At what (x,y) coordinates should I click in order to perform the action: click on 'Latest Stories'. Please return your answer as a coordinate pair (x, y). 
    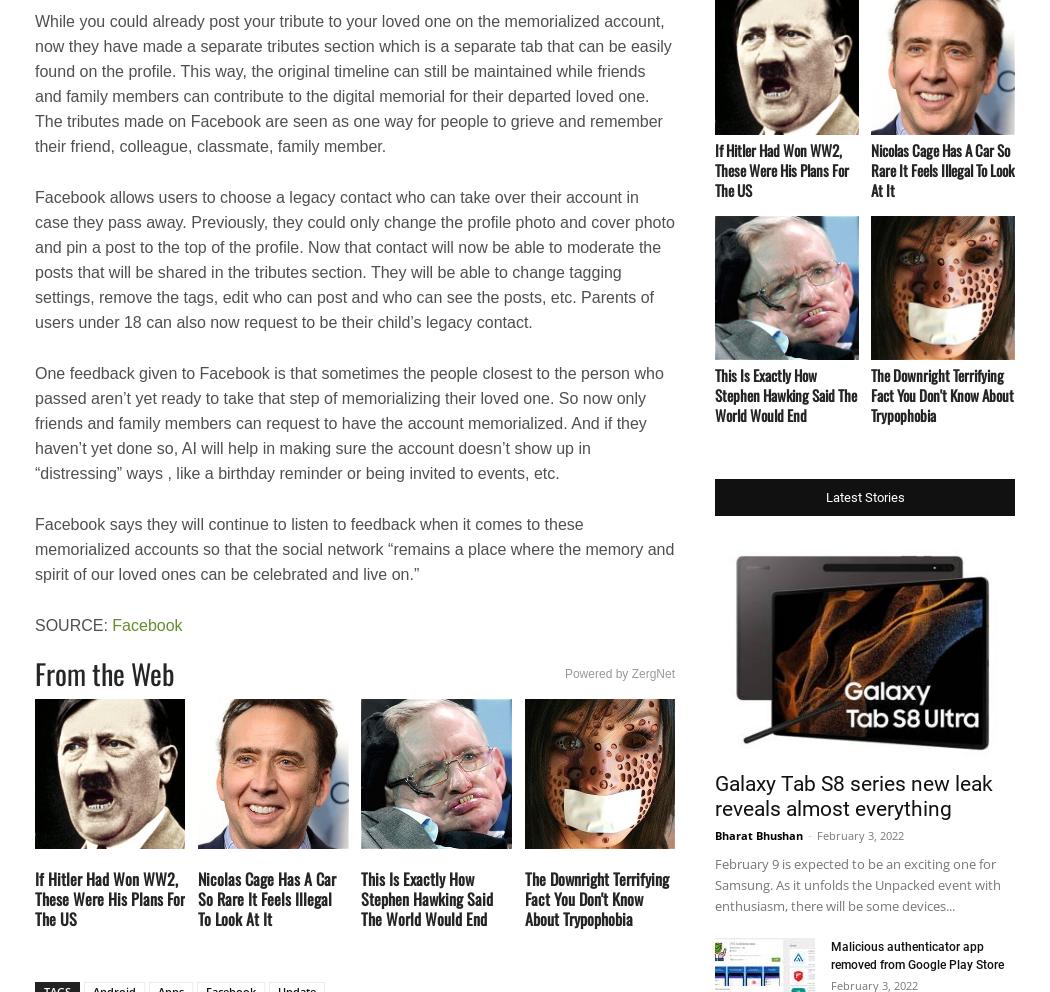
    Looking at the image, I should click on (863, 496).